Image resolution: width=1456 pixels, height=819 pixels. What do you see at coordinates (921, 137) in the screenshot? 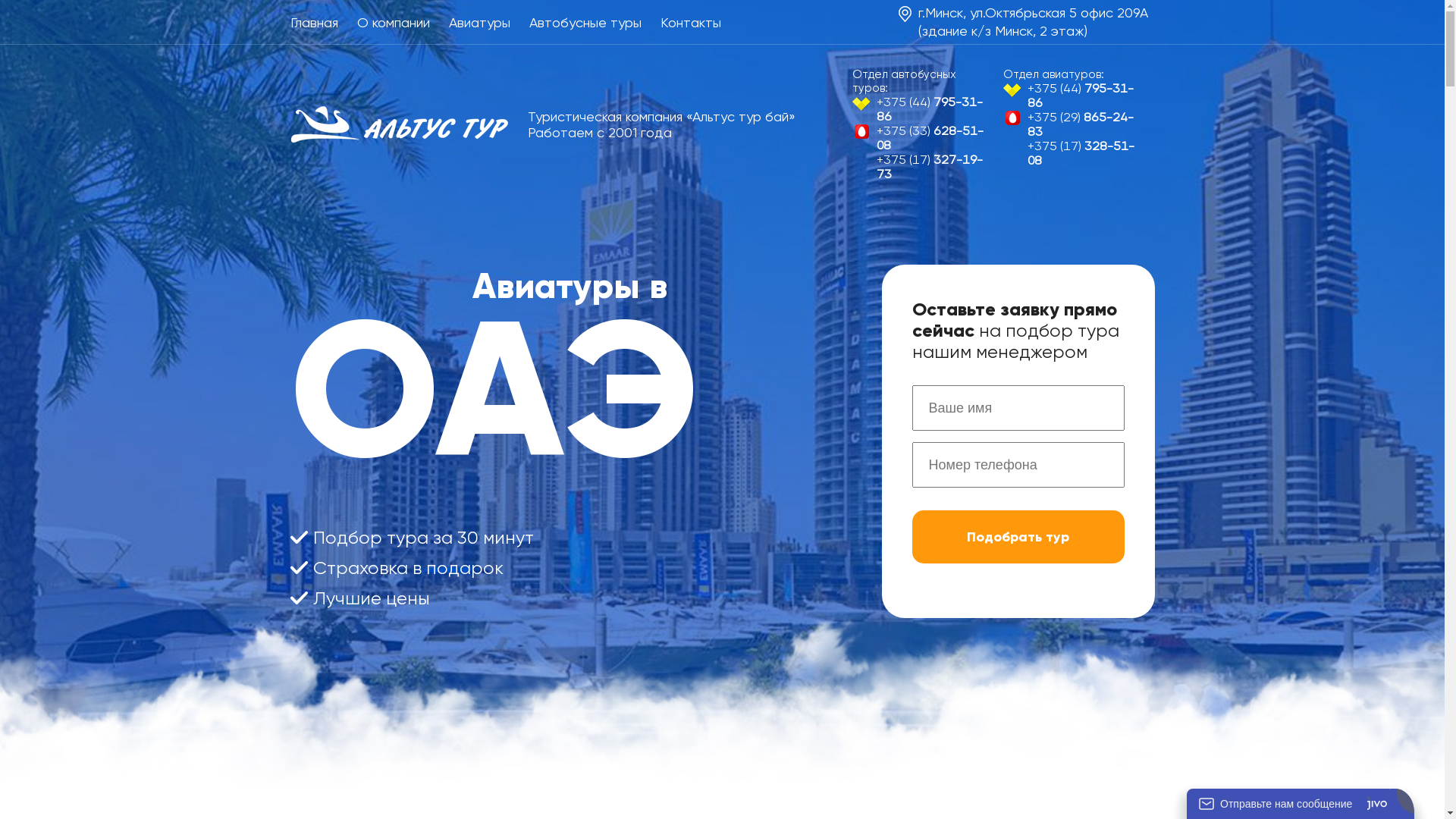
I see `'+375 (33) 628-51-08'` at bounding box center [921, 137].